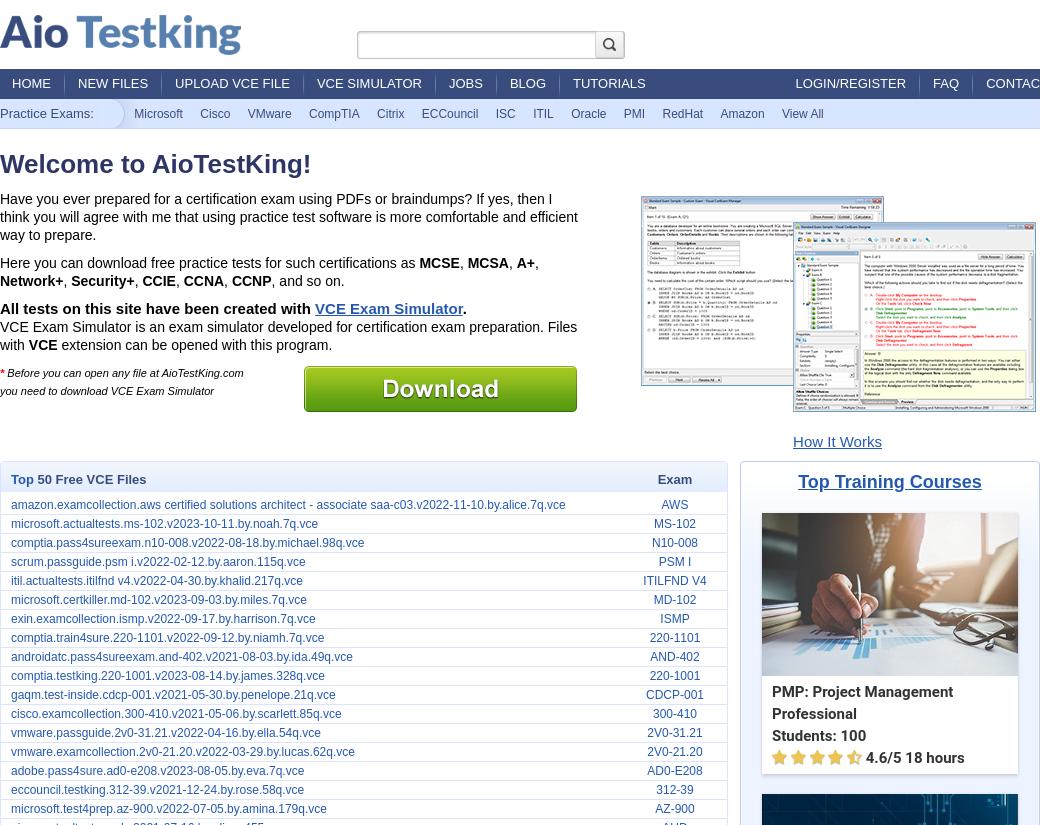 The image size is (1060, 825). What do you see at coordinates (673, 523) in the screenshot?
I see `'MS-102'` at bounding box center [673, 523].